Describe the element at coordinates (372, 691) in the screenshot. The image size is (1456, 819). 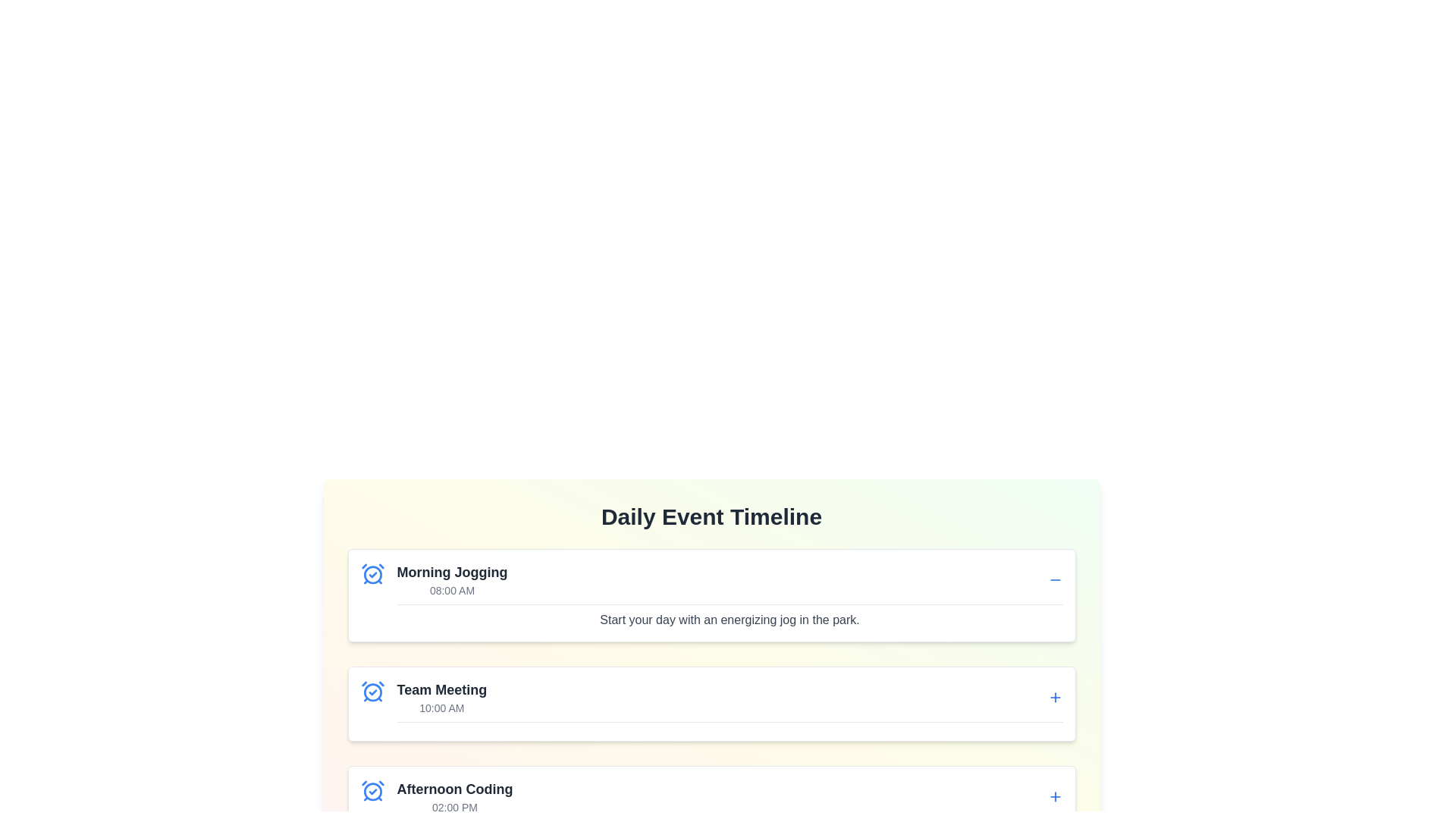
I see `the alarm icon associated with the 'Team Meeting' event at 10:00 AM, located at the top-left corner of the event card` at that location.